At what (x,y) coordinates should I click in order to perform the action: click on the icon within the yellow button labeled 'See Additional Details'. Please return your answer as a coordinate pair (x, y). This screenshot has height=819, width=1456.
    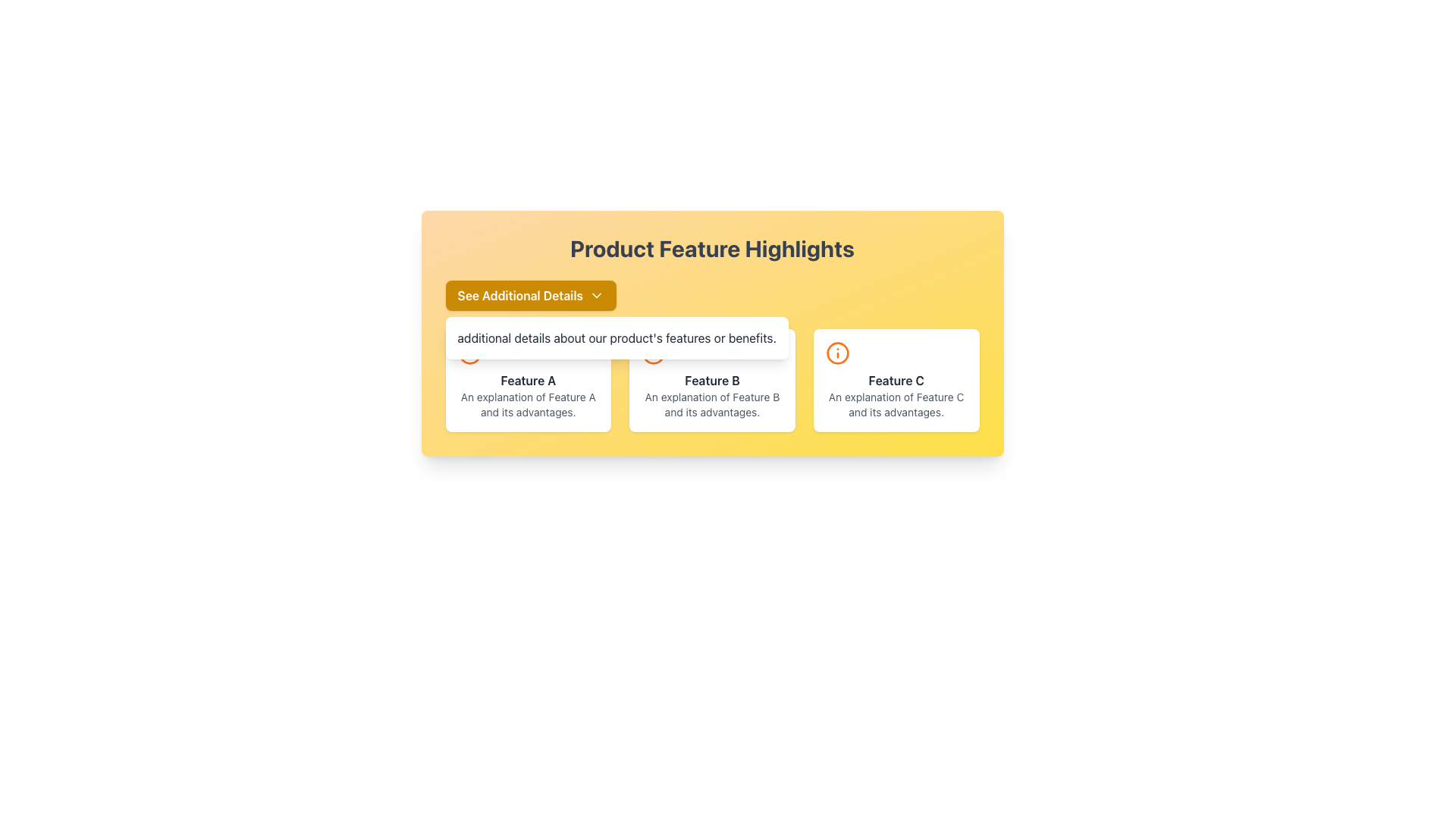
    Looking at the image, I should click on (596, 295).